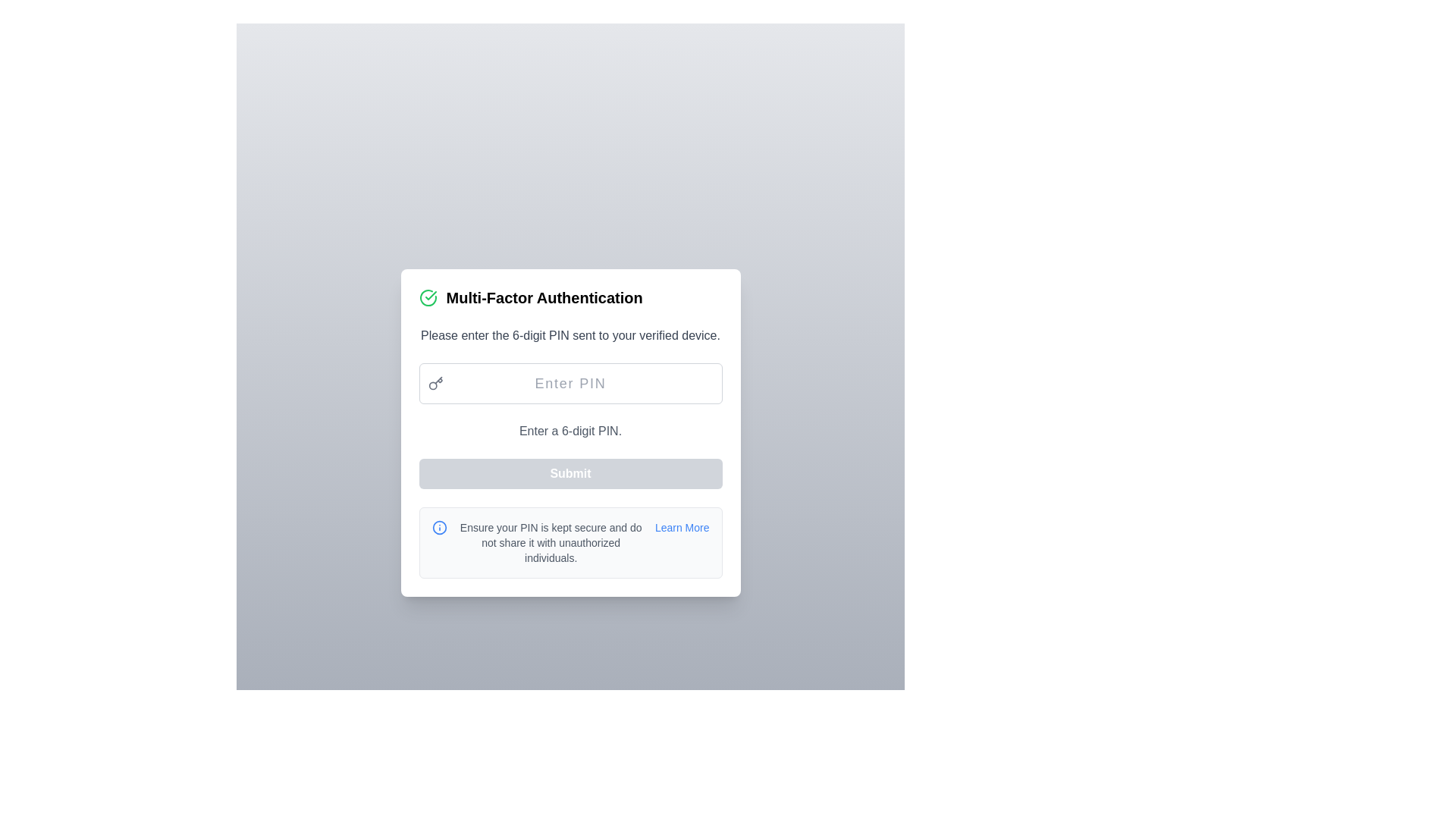  What do you see at coordinates (427, 298) in the screenshot?
I see `the graphical status indicator icon for the 'Multi-Factor Authentication' process, which is positioned to the left of the corresponding text in the top section of a centered modal box` at bounding box center [427, 298].